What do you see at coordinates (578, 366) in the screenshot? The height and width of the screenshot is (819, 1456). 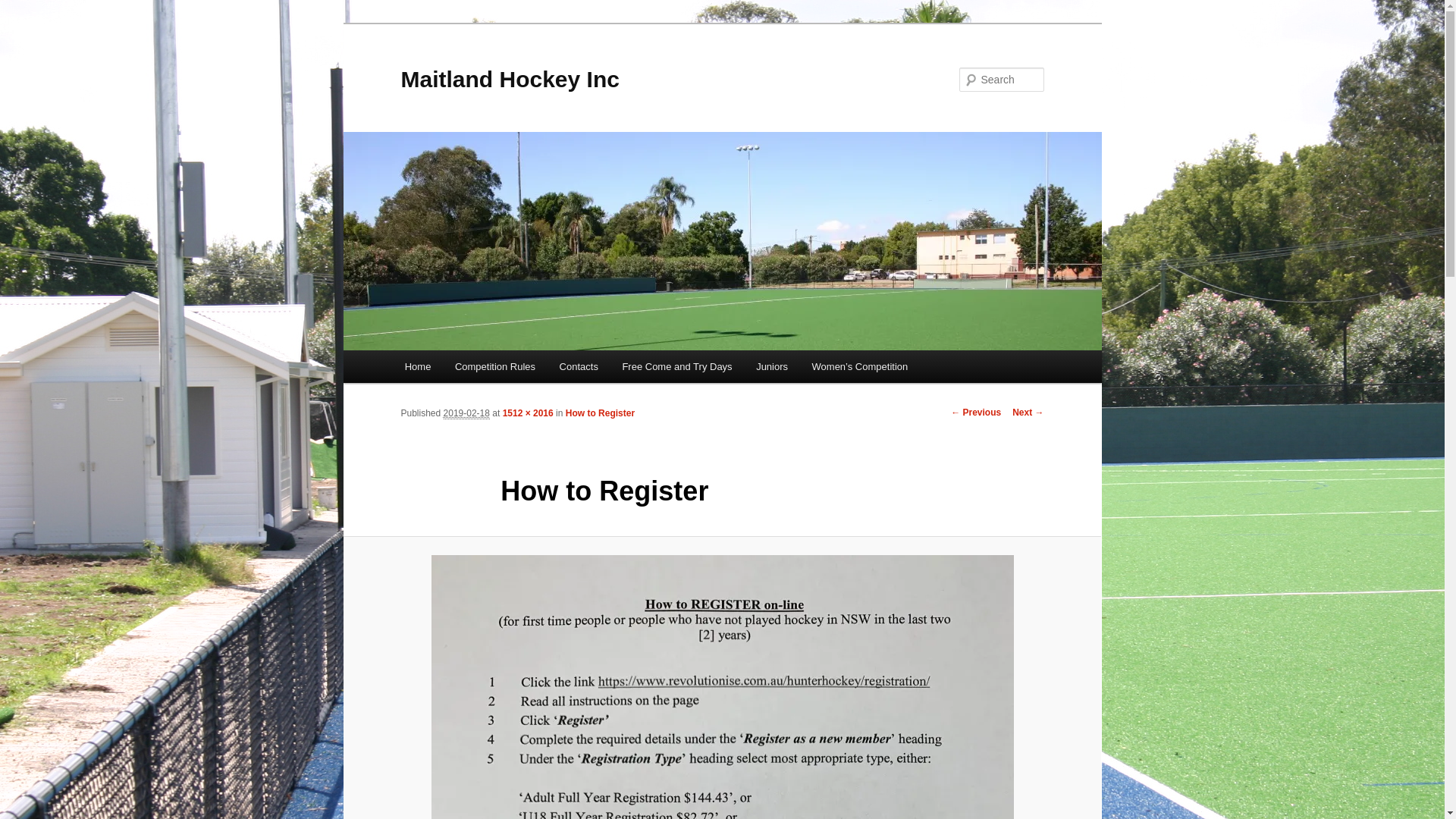 I see `'Contacts'` at bounding box center [578, 366].